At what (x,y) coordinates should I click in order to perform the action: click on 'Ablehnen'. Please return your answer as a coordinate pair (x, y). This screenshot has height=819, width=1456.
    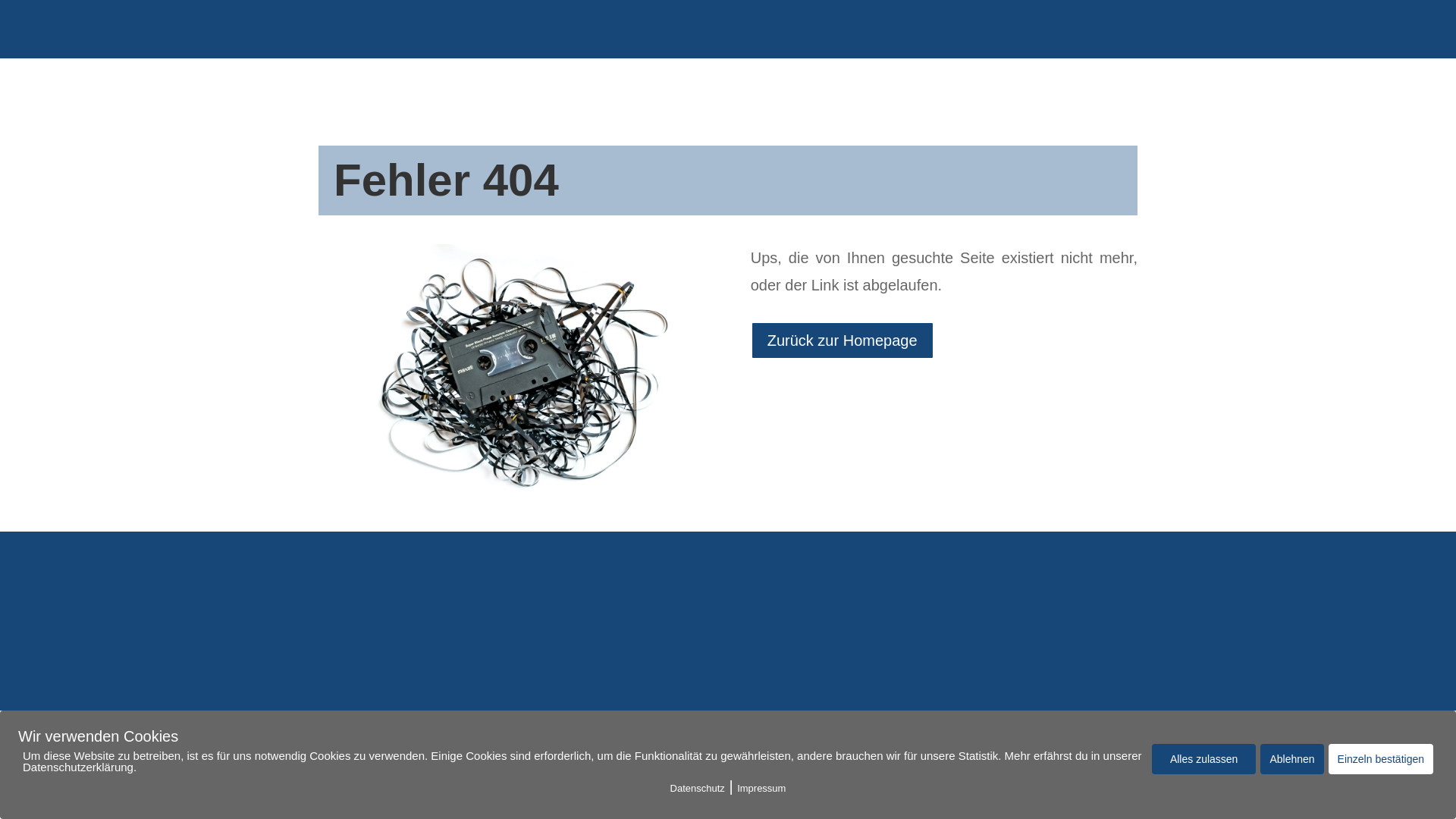
    Looking at the image, I should click on (1291, 759).